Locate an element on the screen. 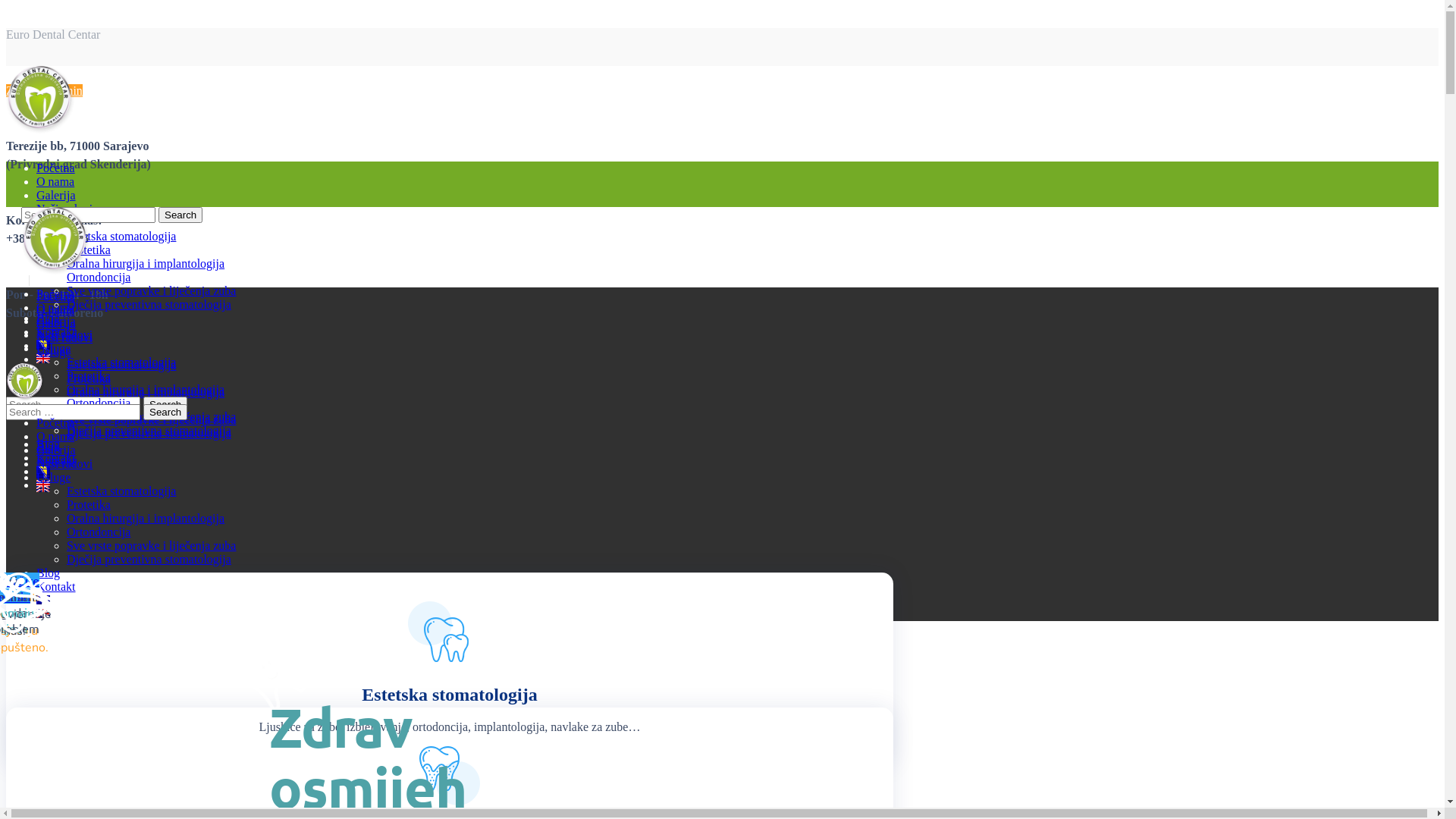 Image resolution: width=1456 pixels, height=819 pixels. 'Protetika' is located at coordinates (87, 249).